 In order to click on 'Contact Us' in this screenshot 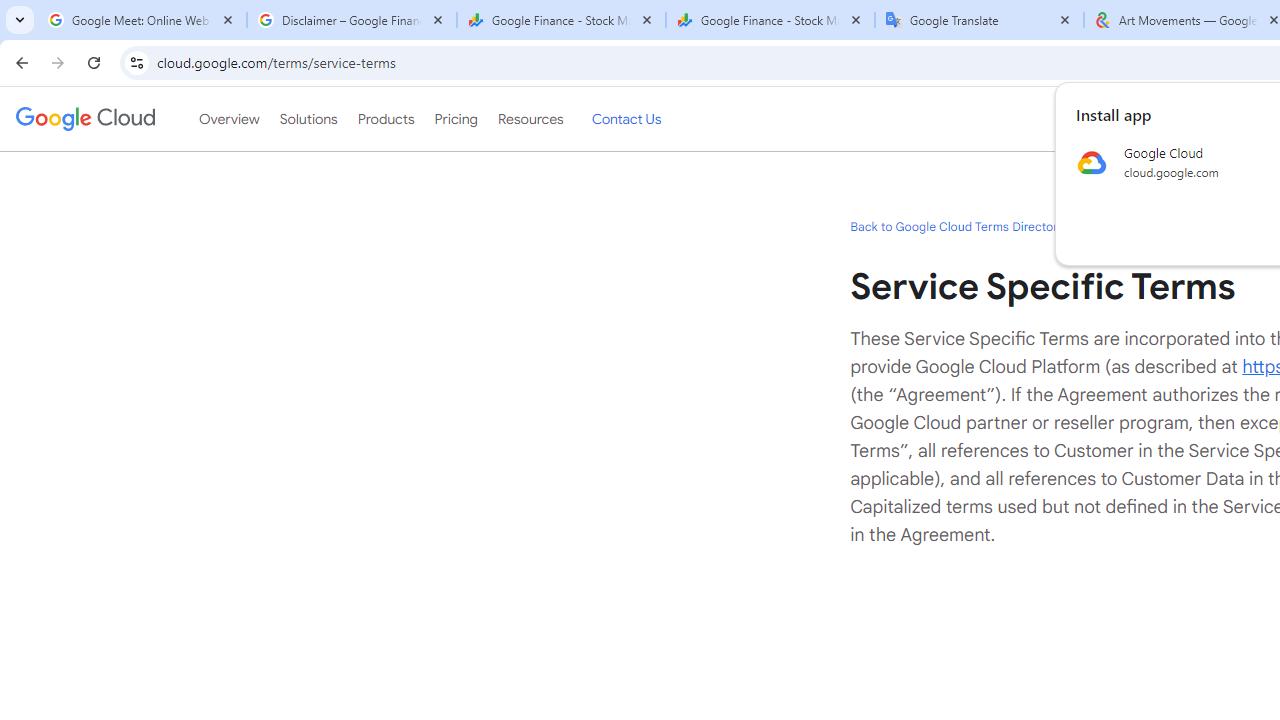, I will do `click(625, 119)`.